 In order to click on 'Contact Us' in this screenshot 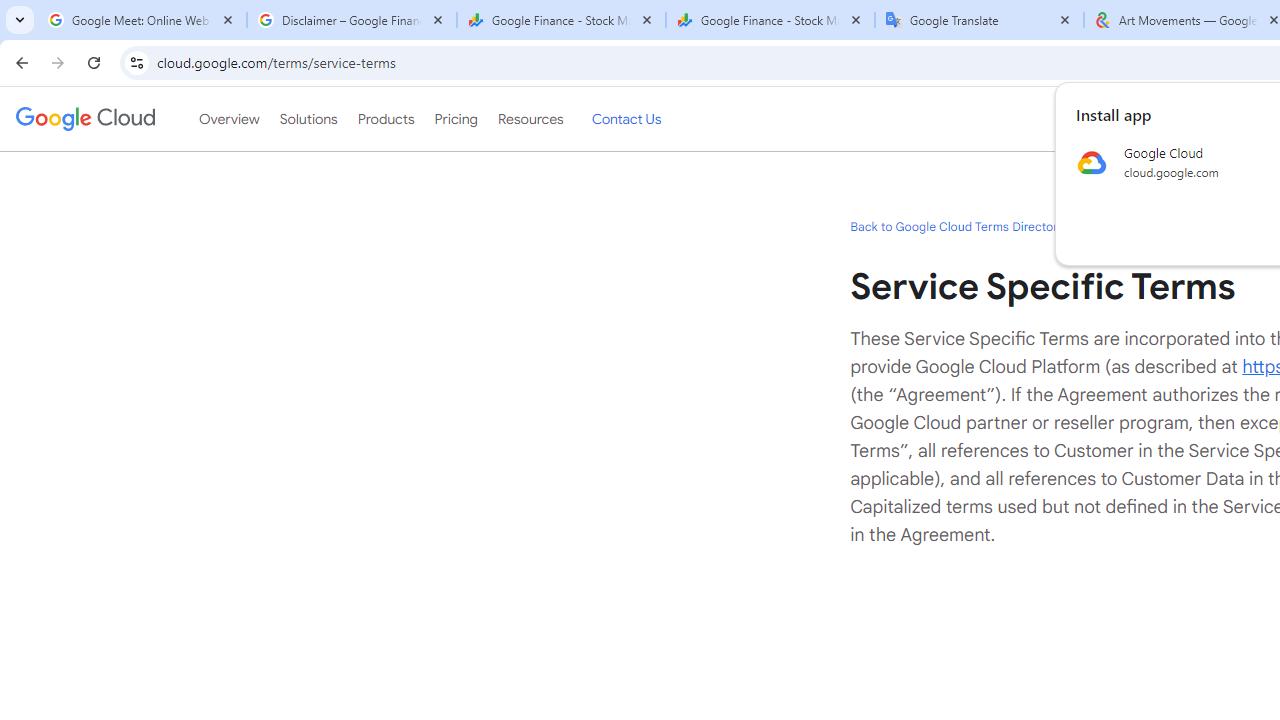, I will do `click(625, 119)`.